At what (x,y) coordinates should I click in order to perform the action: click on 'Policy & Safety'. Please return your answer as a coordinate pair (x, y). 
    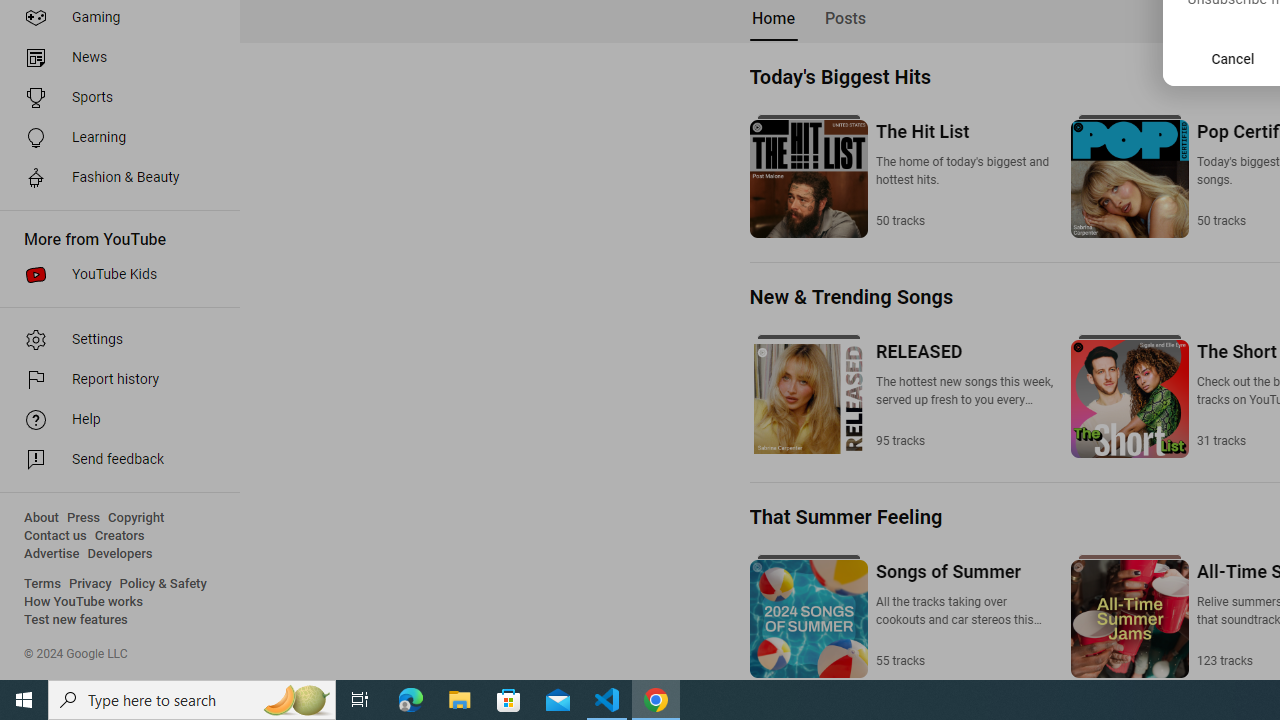
    Looking at the image, I should click on (163, 584).